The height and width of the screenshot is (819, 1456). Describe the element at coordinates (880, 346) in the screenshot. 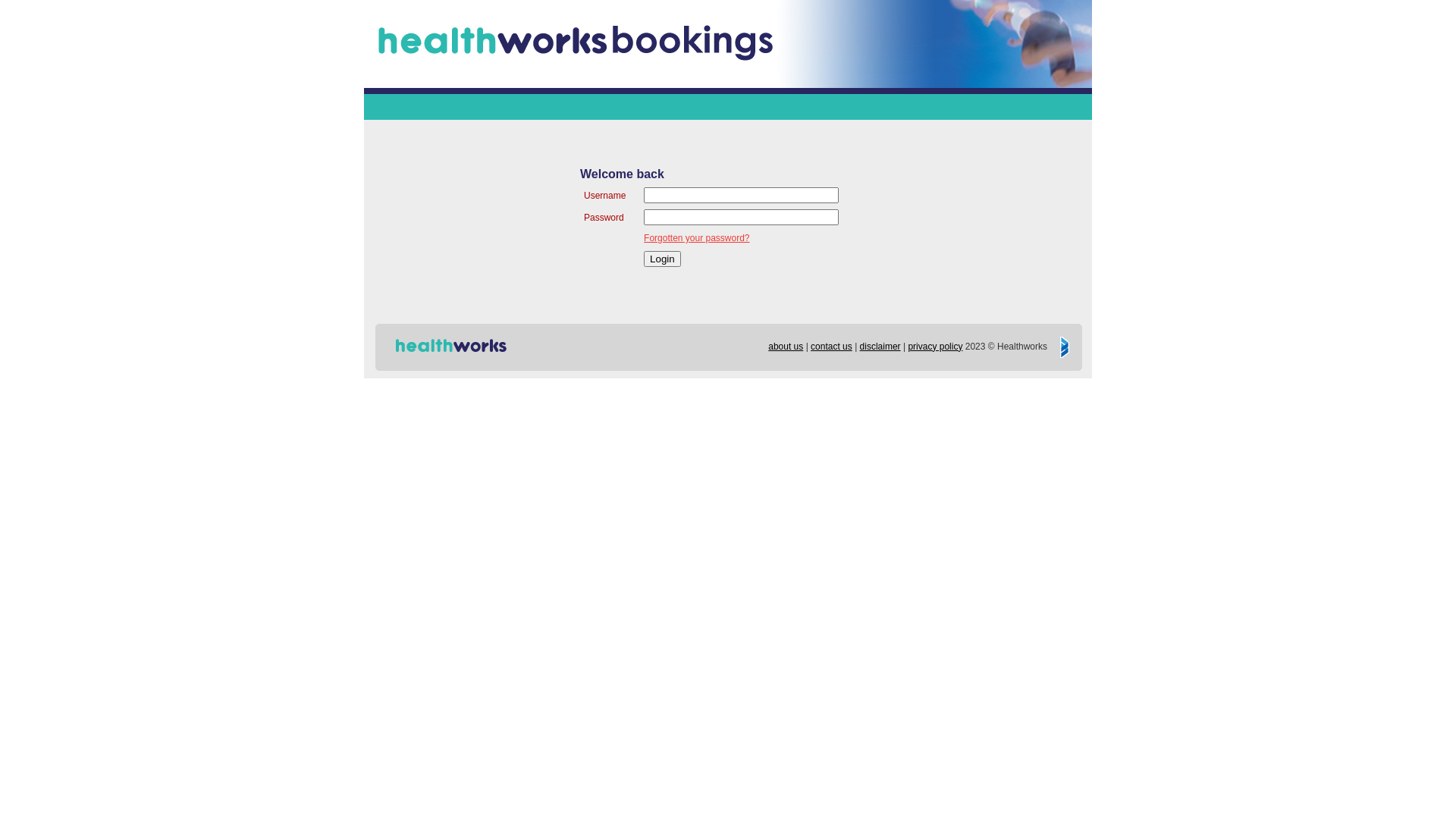

I see `'disclaimer'` at that location.